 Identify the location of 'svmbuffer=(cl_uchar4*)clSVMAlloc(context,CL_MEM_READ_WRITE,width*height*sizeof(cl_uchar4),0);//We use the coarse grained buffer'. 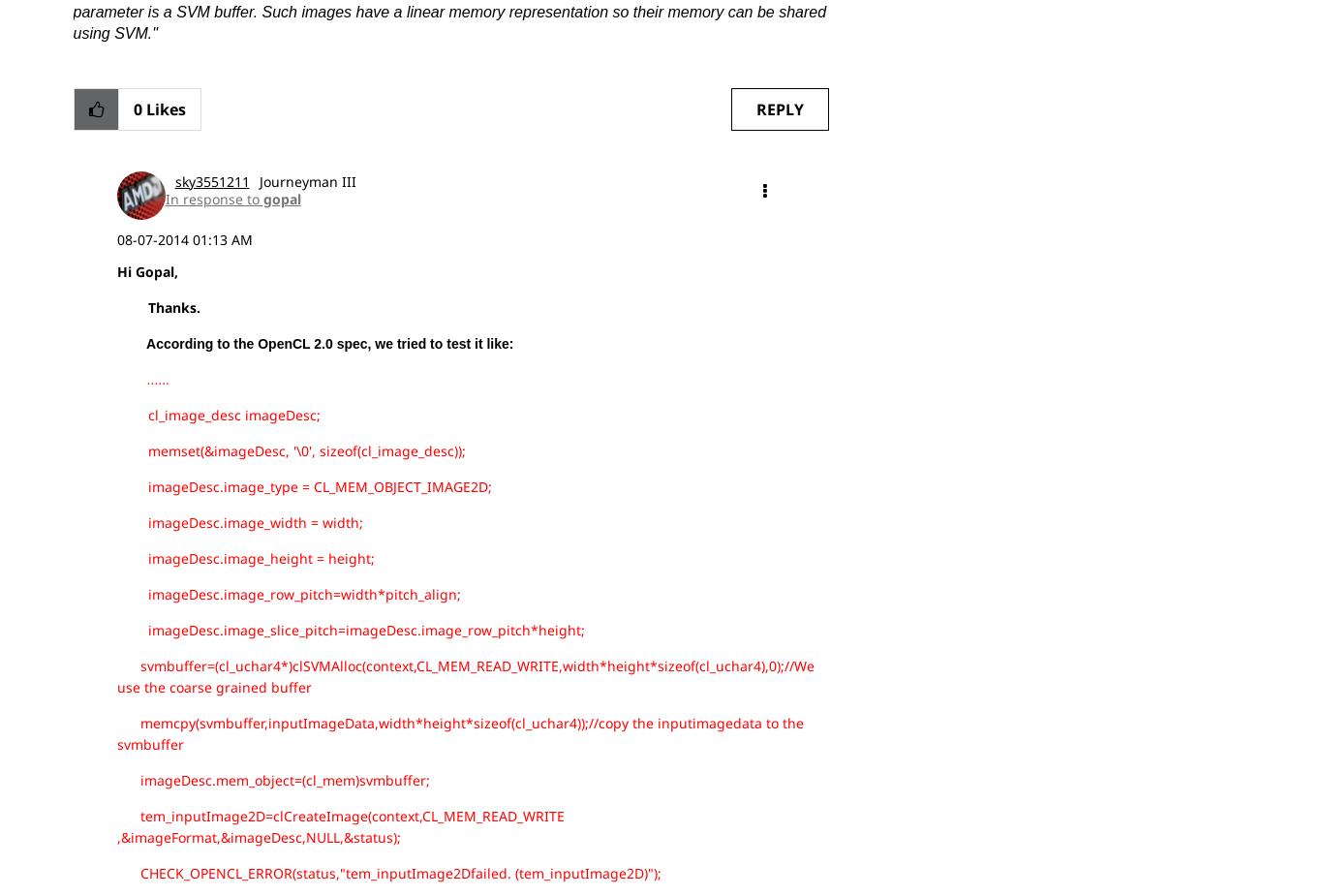
(114, 675).